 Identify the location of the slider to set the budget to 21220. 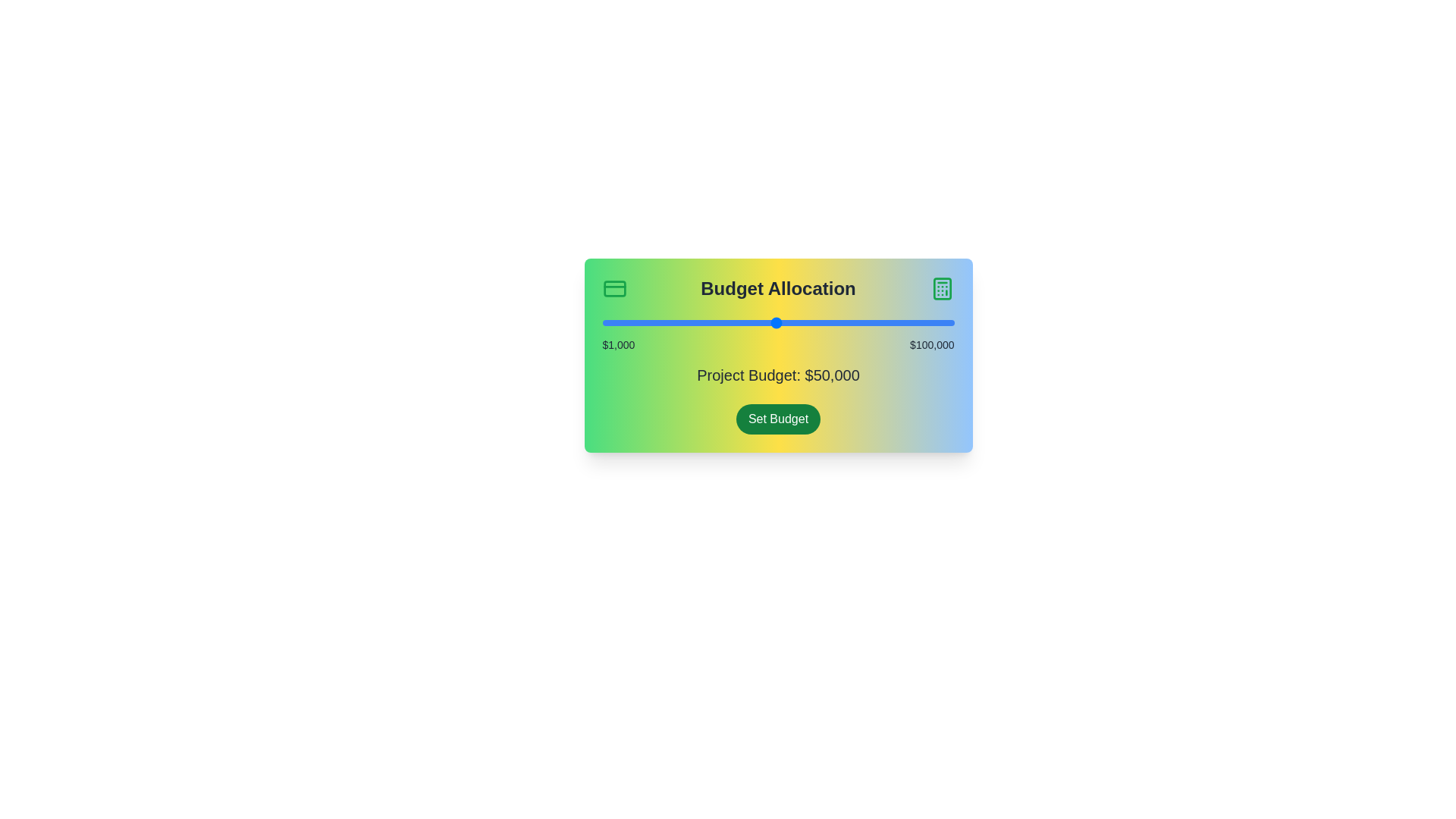
(673, 322).